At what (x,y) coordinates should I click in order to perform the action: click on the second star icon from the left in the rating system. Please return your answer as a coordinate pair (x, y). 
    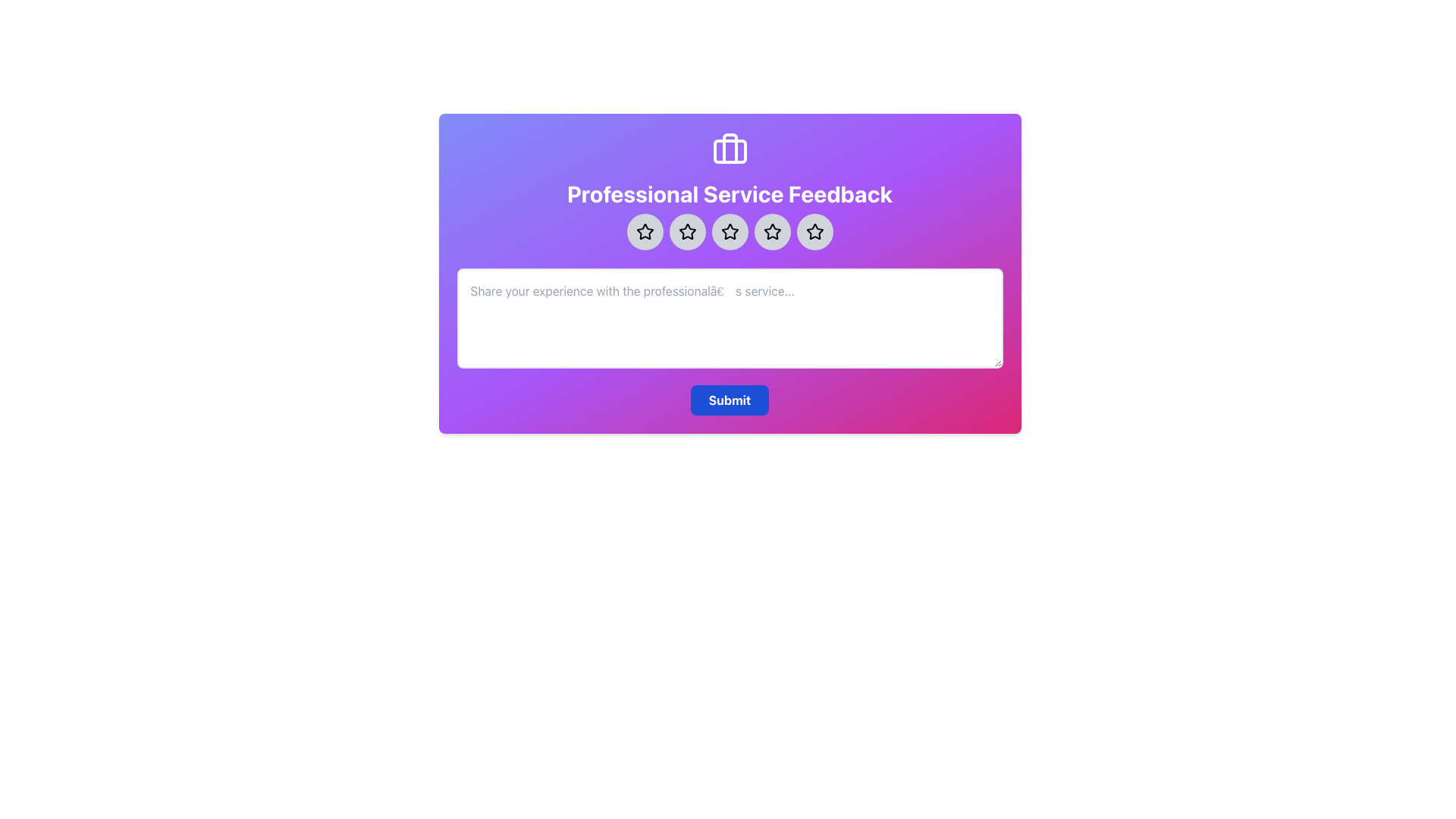
    Looking at the image, I should click on (686, 231).